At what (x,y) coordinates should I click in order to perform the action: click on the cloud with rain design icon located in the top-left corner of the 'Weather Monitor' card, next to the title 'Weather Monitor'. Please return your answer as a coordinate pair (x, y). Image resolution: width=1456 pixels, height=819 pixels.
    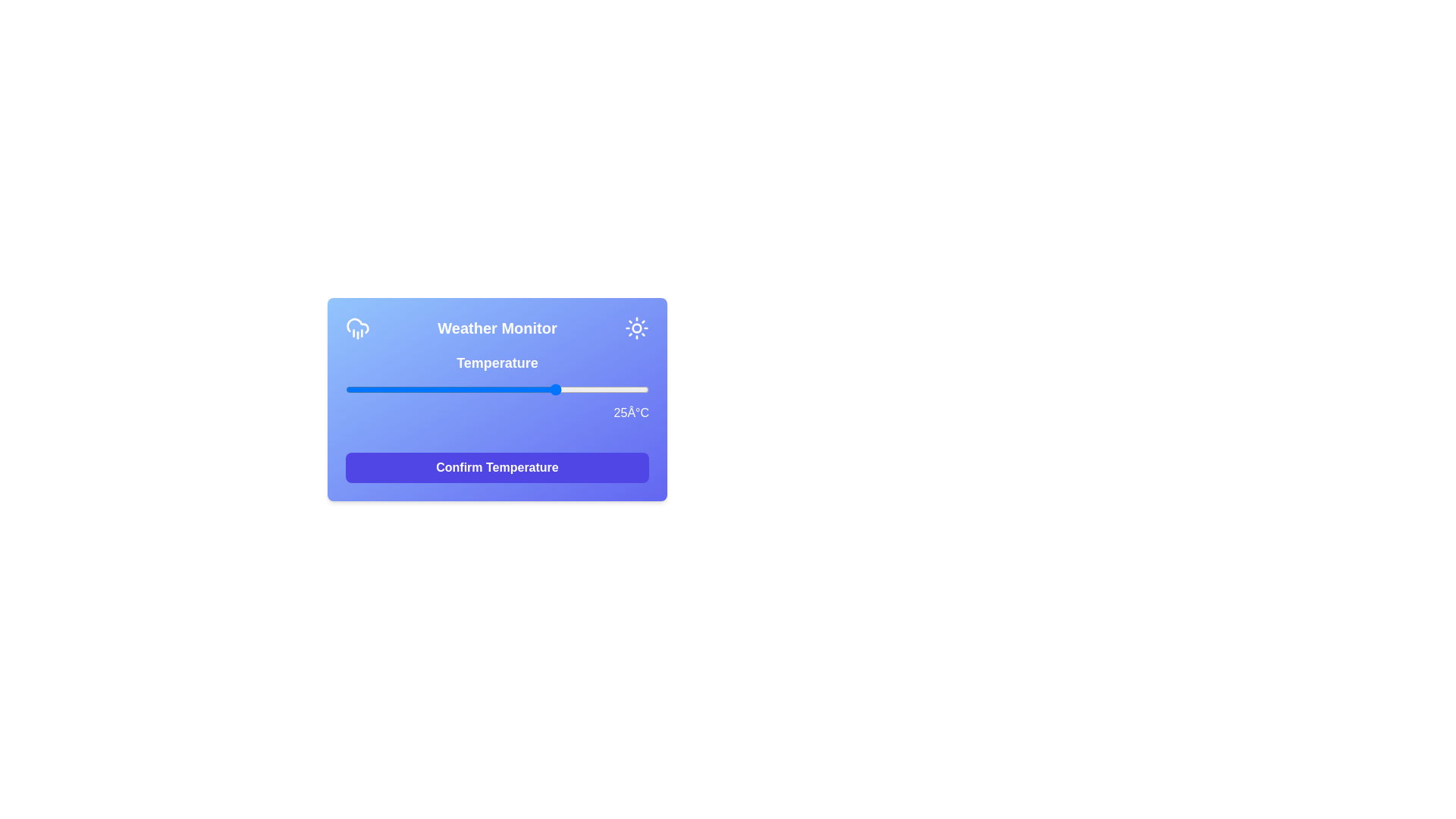
    Looking at the image, I should click on (356, 327).